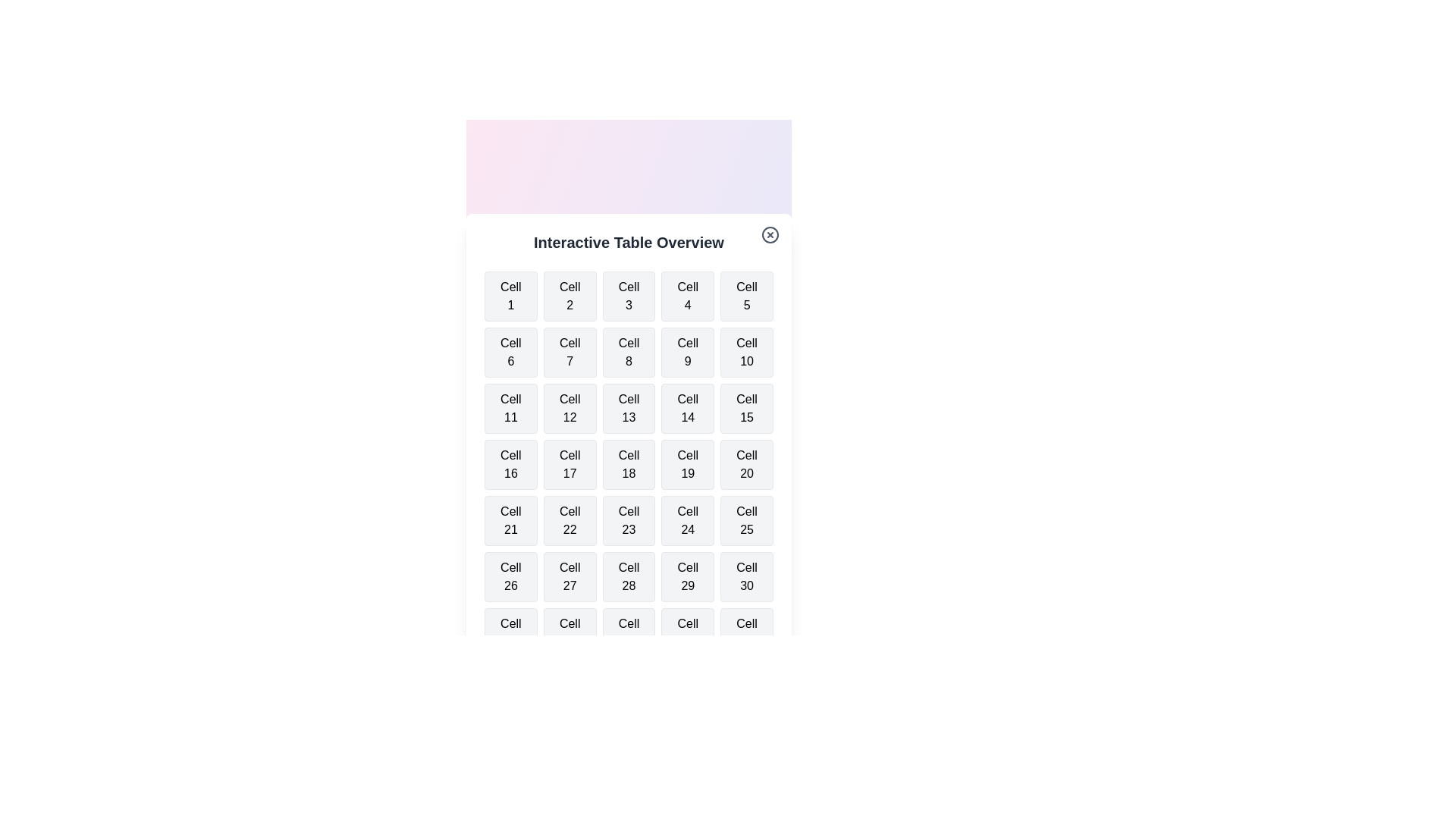 This screenshot has width=1456, height=819. Describe the element at coordinates (770, 234) in the screenshot. I see `the close button to close the dialog` at that location.